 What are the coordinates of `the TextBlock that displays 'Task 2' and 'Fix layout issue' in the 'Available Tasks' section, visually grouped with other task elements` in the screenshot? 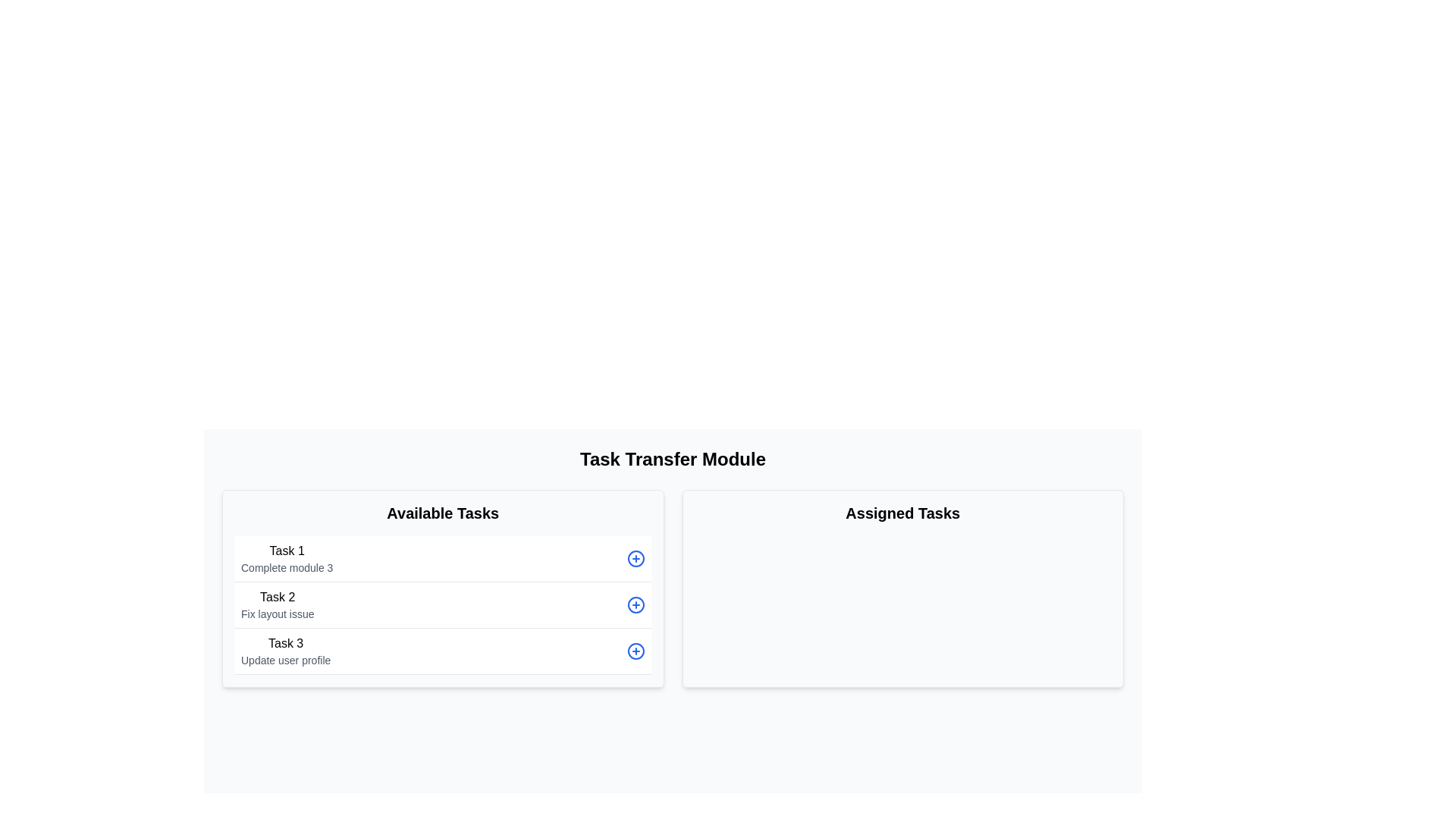 It's located at (278, 604).